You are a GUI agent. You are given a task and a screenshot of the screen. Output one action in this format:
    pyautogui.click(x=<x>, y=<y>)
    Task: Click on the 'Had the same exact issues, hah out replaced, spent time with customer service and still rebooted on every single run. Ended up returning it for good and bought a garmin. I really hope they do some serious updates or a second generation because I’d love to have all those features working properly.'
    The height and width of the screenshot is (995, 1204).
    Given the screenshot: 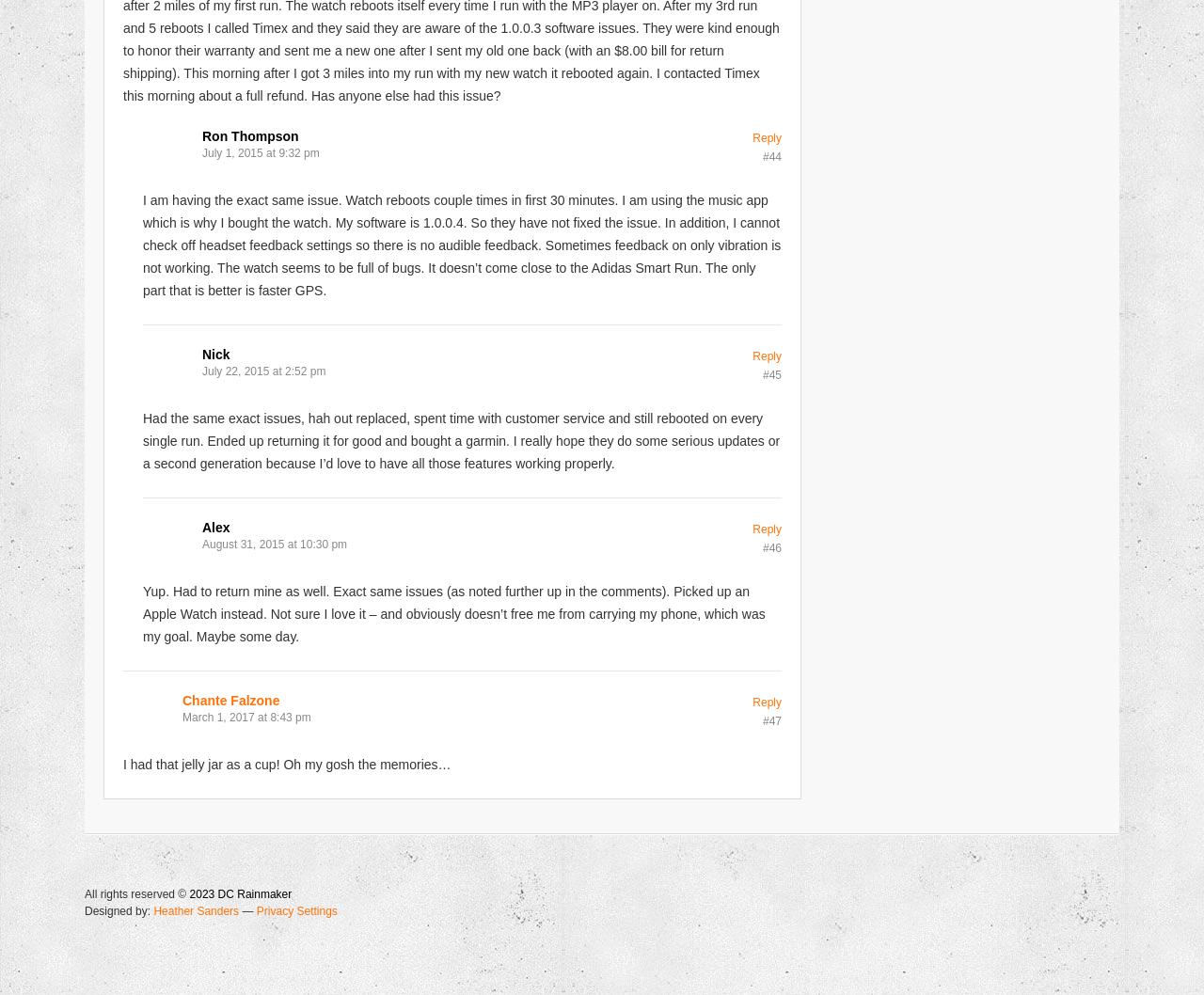 What is the action you would take?
    pyautogui.click(x=461, y=438)
    